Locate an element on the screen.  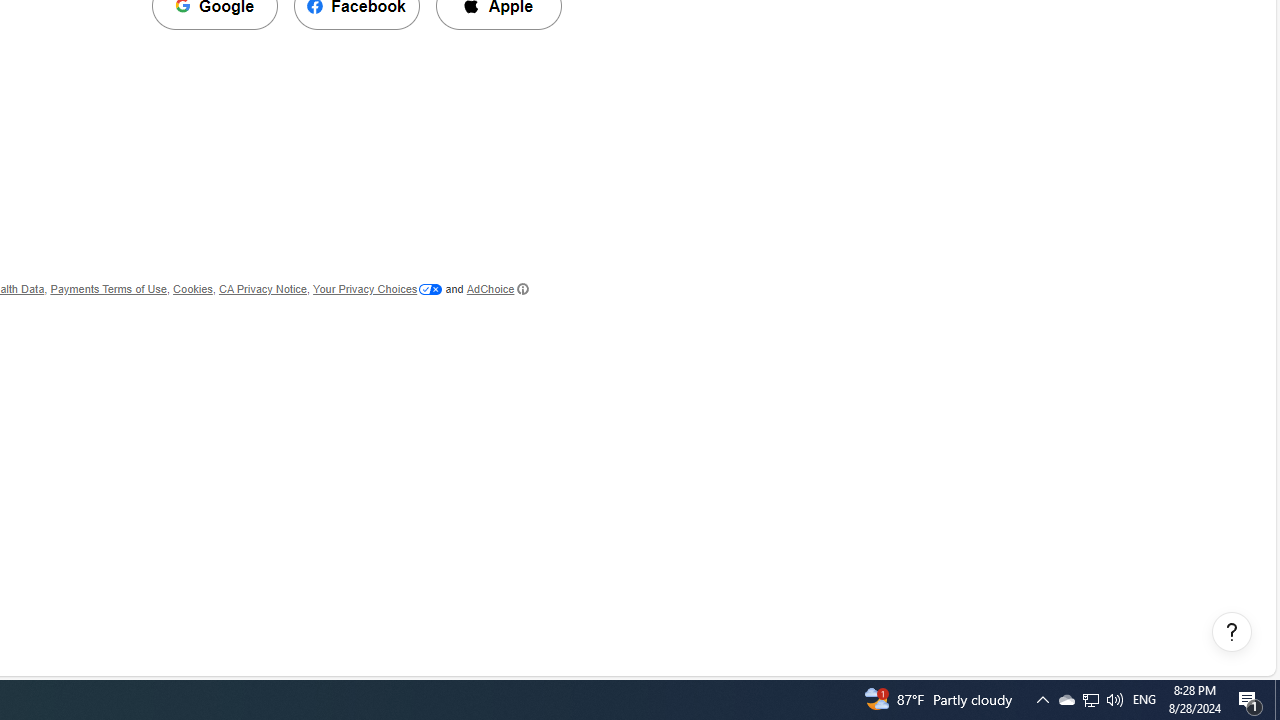
'Cookies' is located at coordinates (192, 289).